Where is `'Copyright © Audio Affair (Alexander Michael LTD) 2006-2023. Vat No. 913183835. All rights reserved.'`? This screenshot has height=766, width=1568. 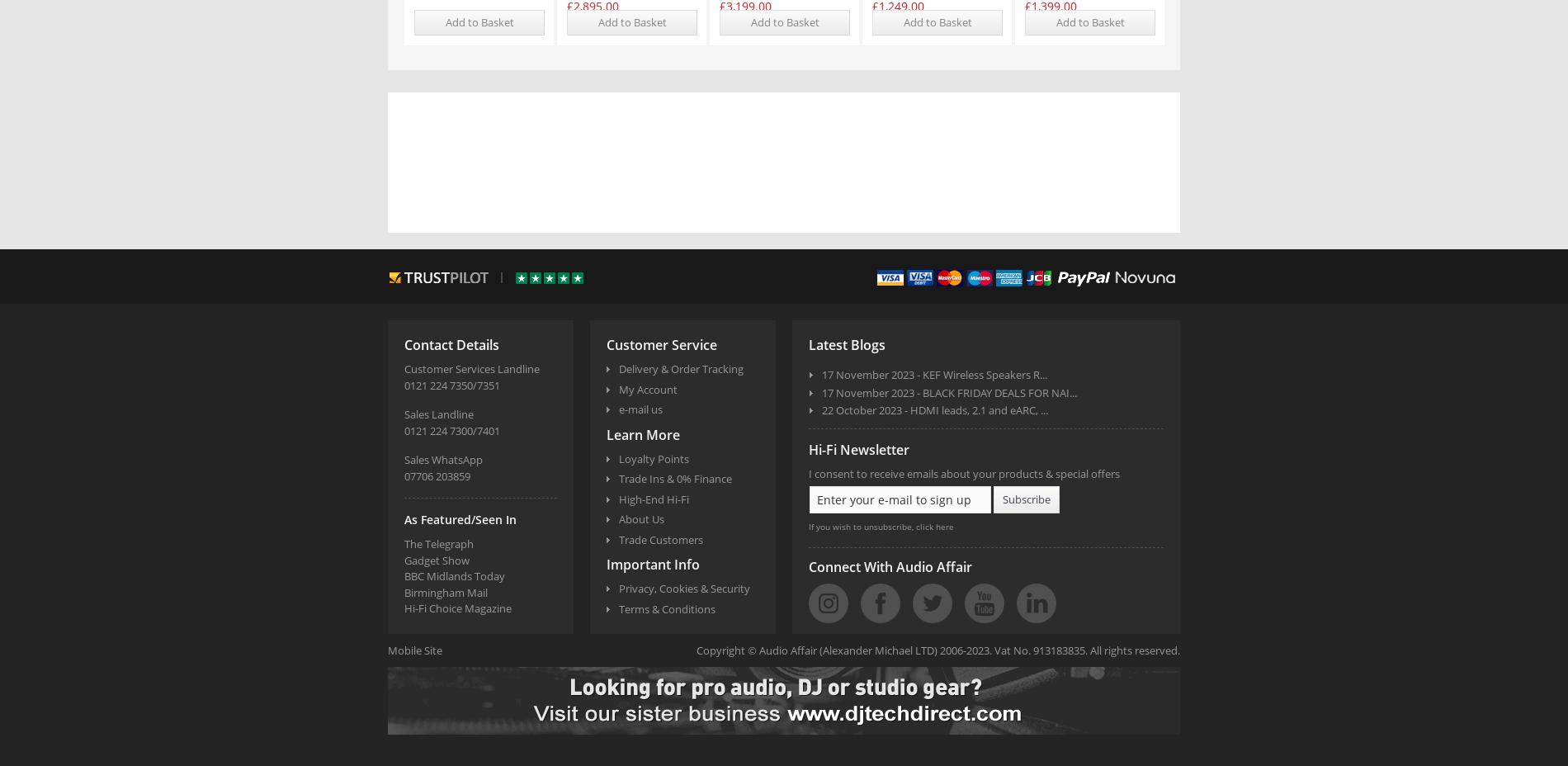 'Copyright © Audio Affair (Alexander Michael LTD) 2006-2023. Vat No. 913183835. All rights reserved.' is located at coordinates (937, 649).